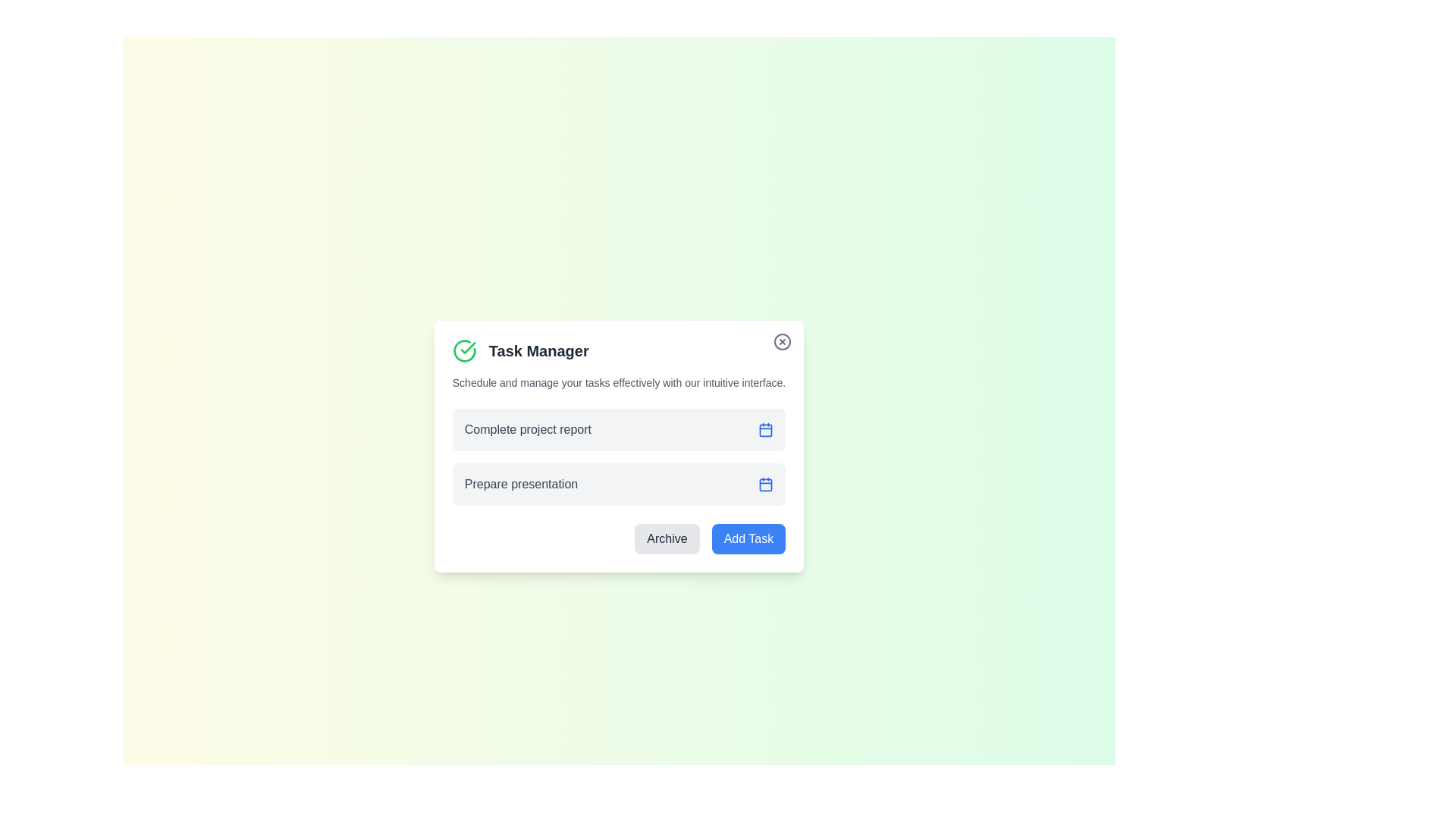 The width and height of the screenshot is (1456, 819). I want to click on the close button to close the Task Manager dialog, so click(783, 342).